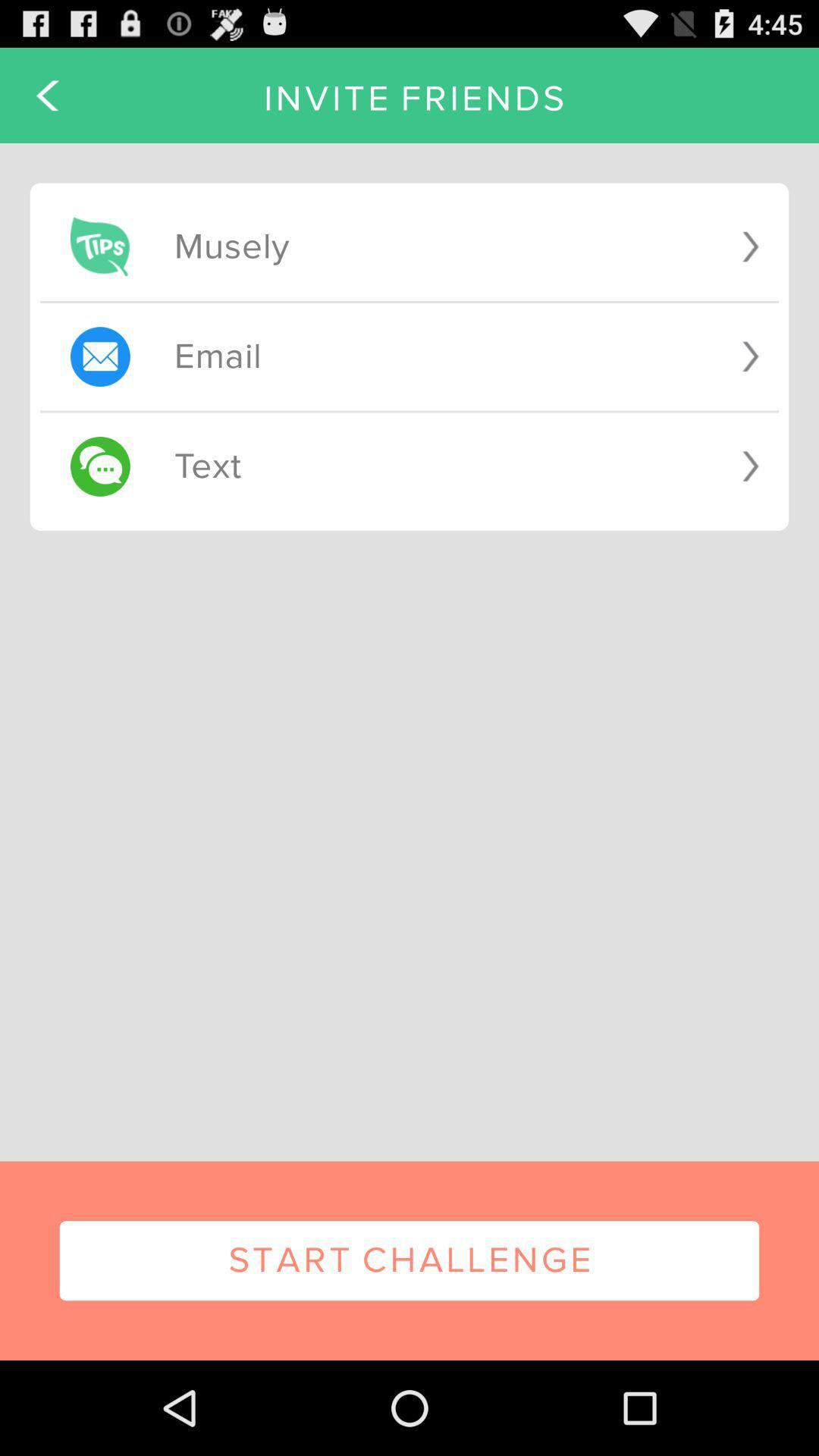  Describe the element at coordinates (409, 1260) in the screenshot. I see `start challenge icon` at that location.